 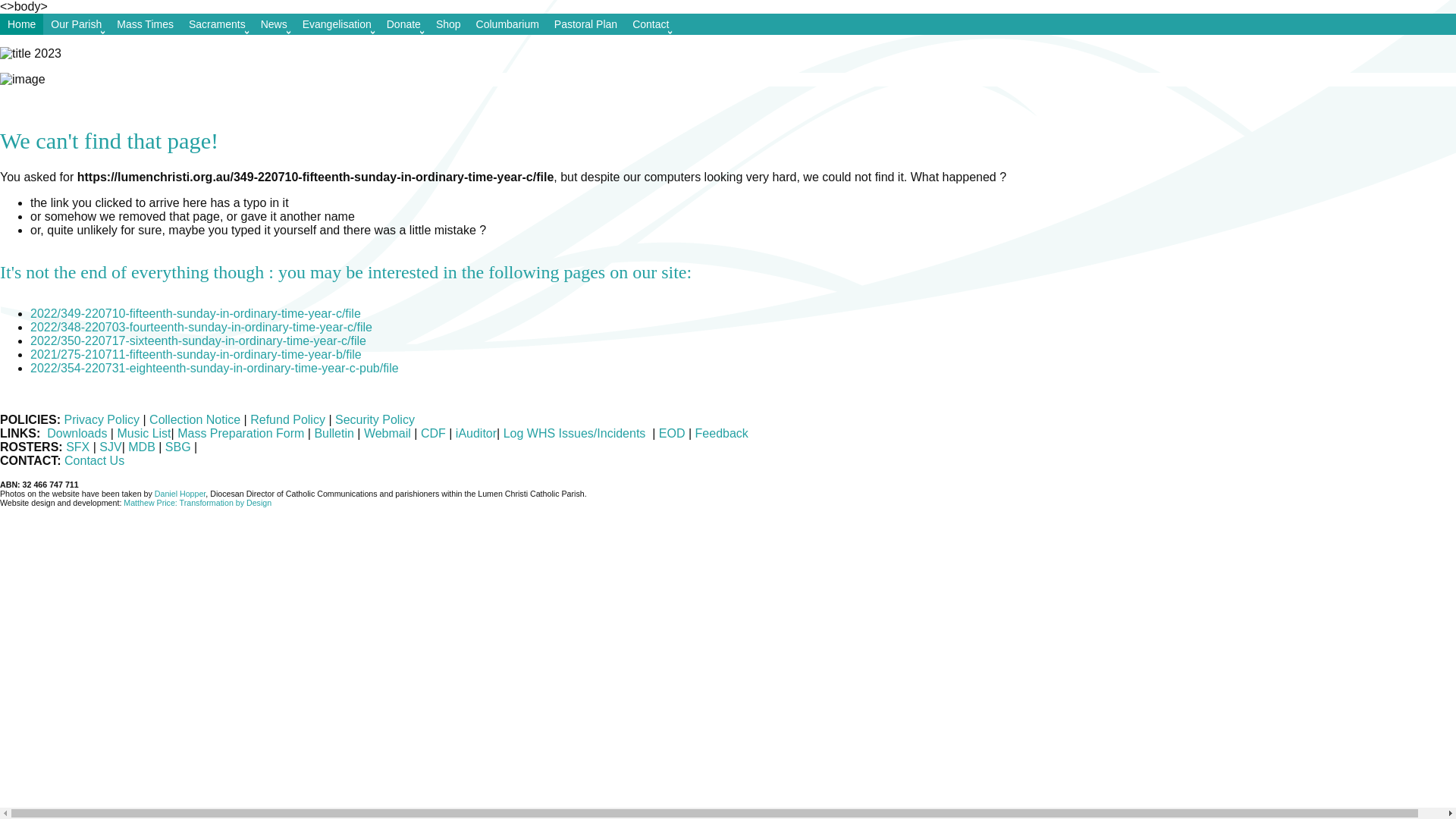 What do you see at coordinates (575, 433) in the screenshot?
I see `'Log WHS Issues/Incidents '` at bounding box center [575, 433].